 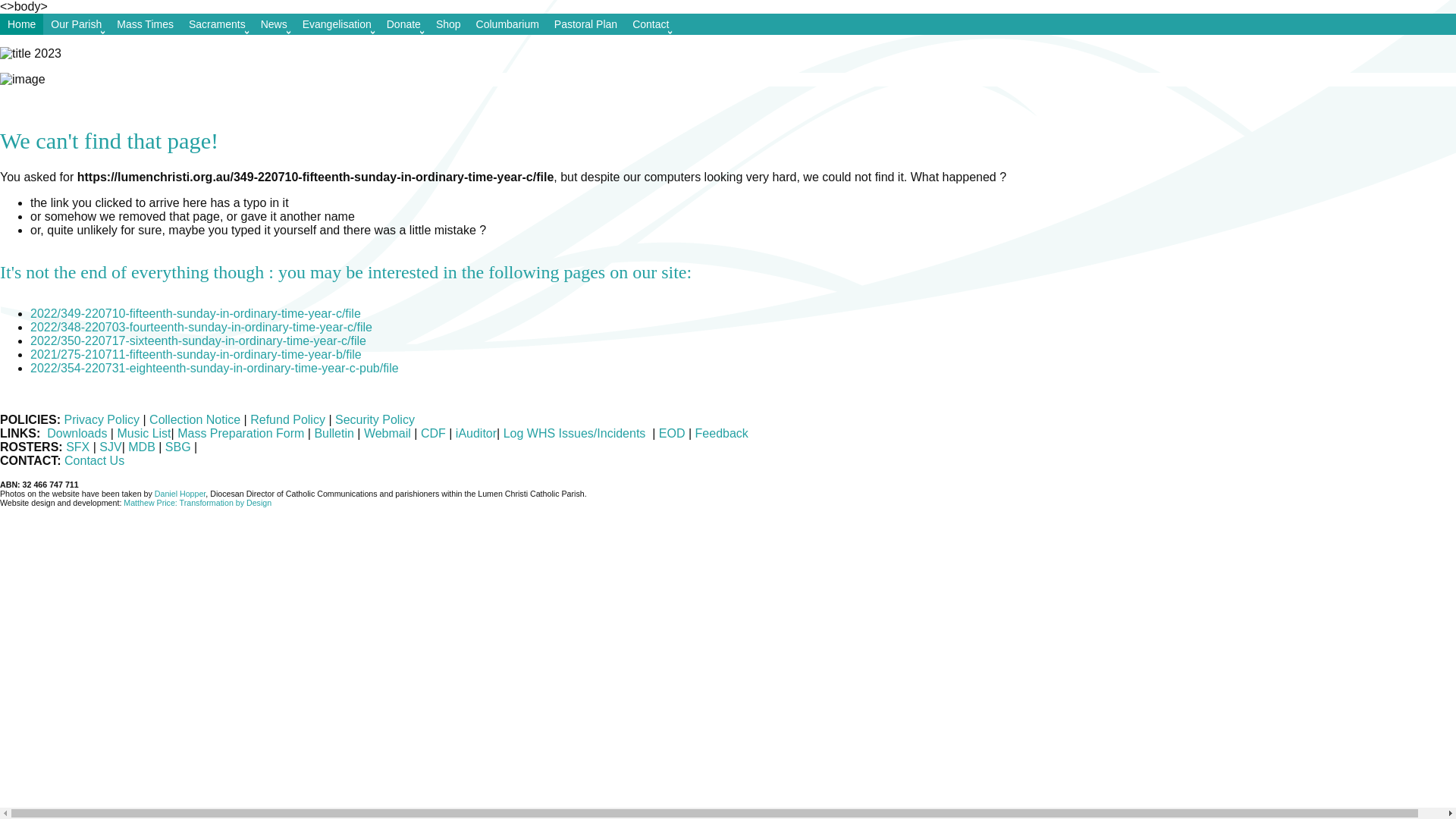 What do you see at coordinates (575, 433) in the screenshot?
I see `'Log WHS Issues/Incidents '` at bounding box center [575, 433].